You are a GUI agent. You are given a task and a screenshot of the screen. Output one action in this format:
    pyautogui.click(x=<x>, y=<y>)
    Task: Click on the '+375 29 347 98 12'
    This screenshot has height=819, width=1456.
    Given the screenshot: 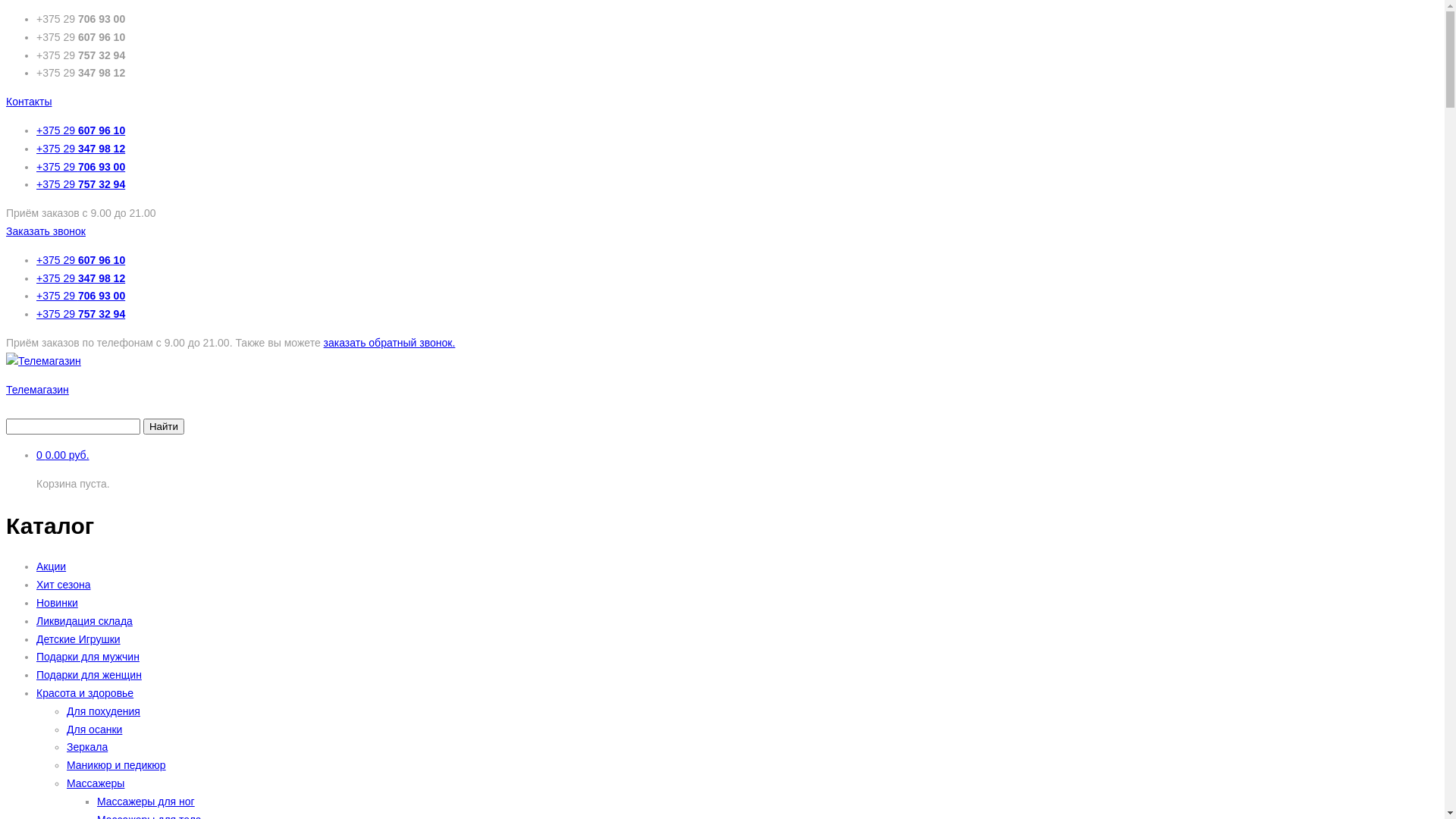 What is the action you would take?
    pyautogui.click(x=80, y=149)
    